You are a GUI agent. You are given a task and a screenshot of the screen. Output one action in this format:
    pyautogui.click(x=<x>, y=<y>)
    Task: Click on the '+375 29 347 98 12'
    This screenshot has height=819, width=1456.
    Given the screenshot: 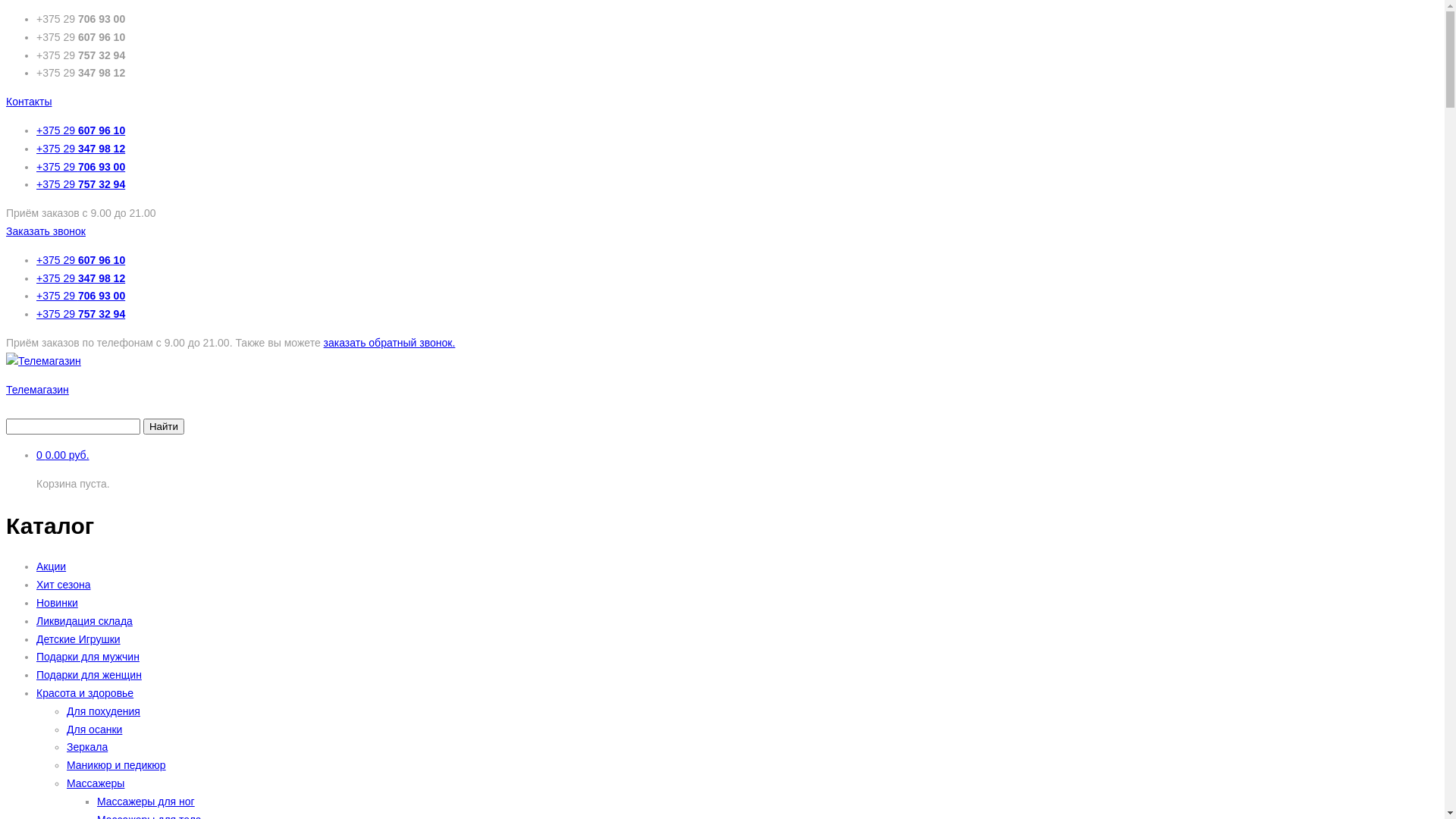 What is the action you would take?
    pyautogui.click(x=80, y=149)
    